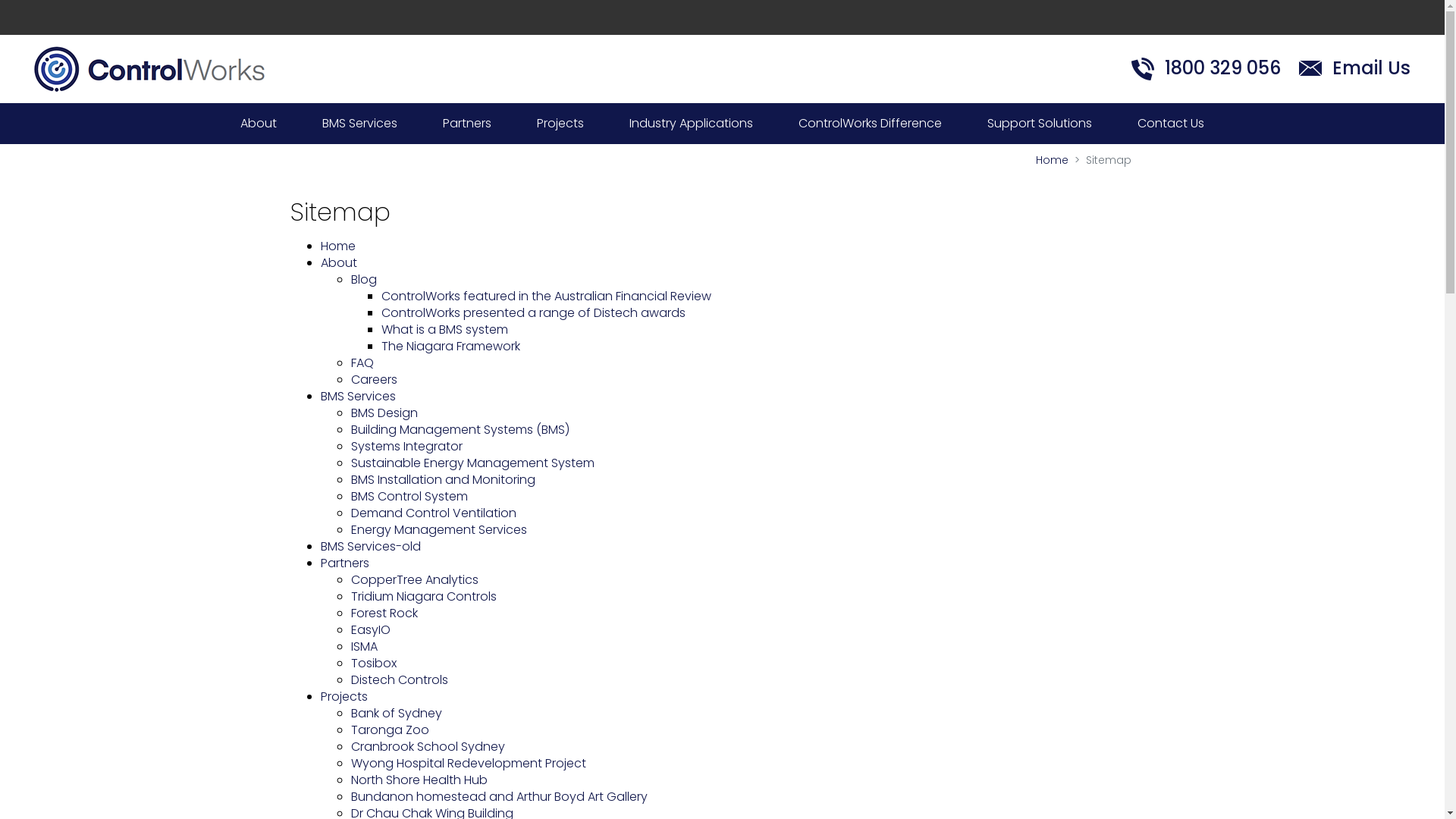 This screenshot has width=1456, height=819. I want to click on 'Projects', so click(560, 122).